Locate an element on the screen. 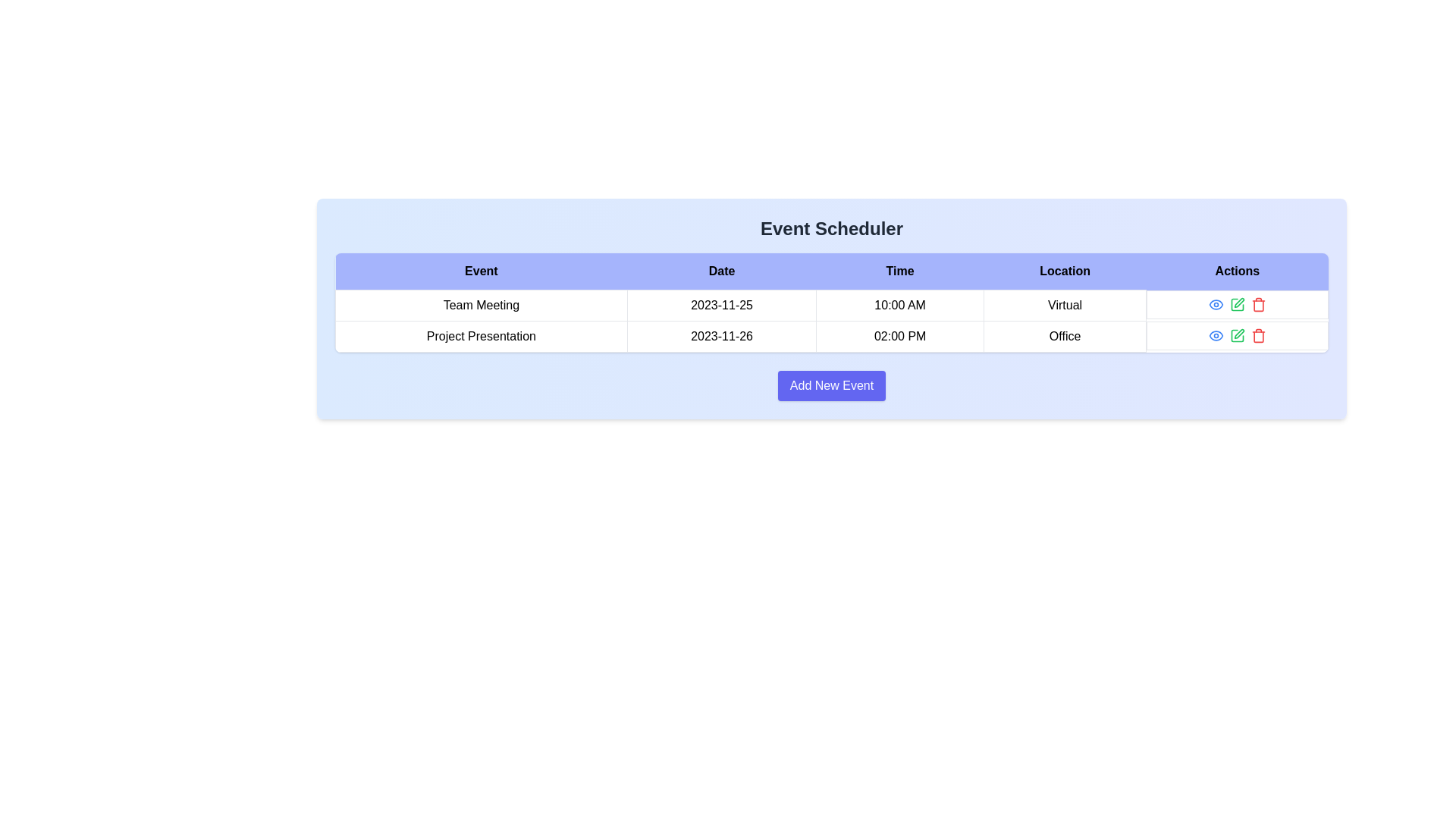 The width and height of the screenshot is (1456, 819). the 'Actions' column header text label in the table, which is located in the fifth column from the left, aligned to the top-right area of the table layout is located at coordinates (1238, 271).